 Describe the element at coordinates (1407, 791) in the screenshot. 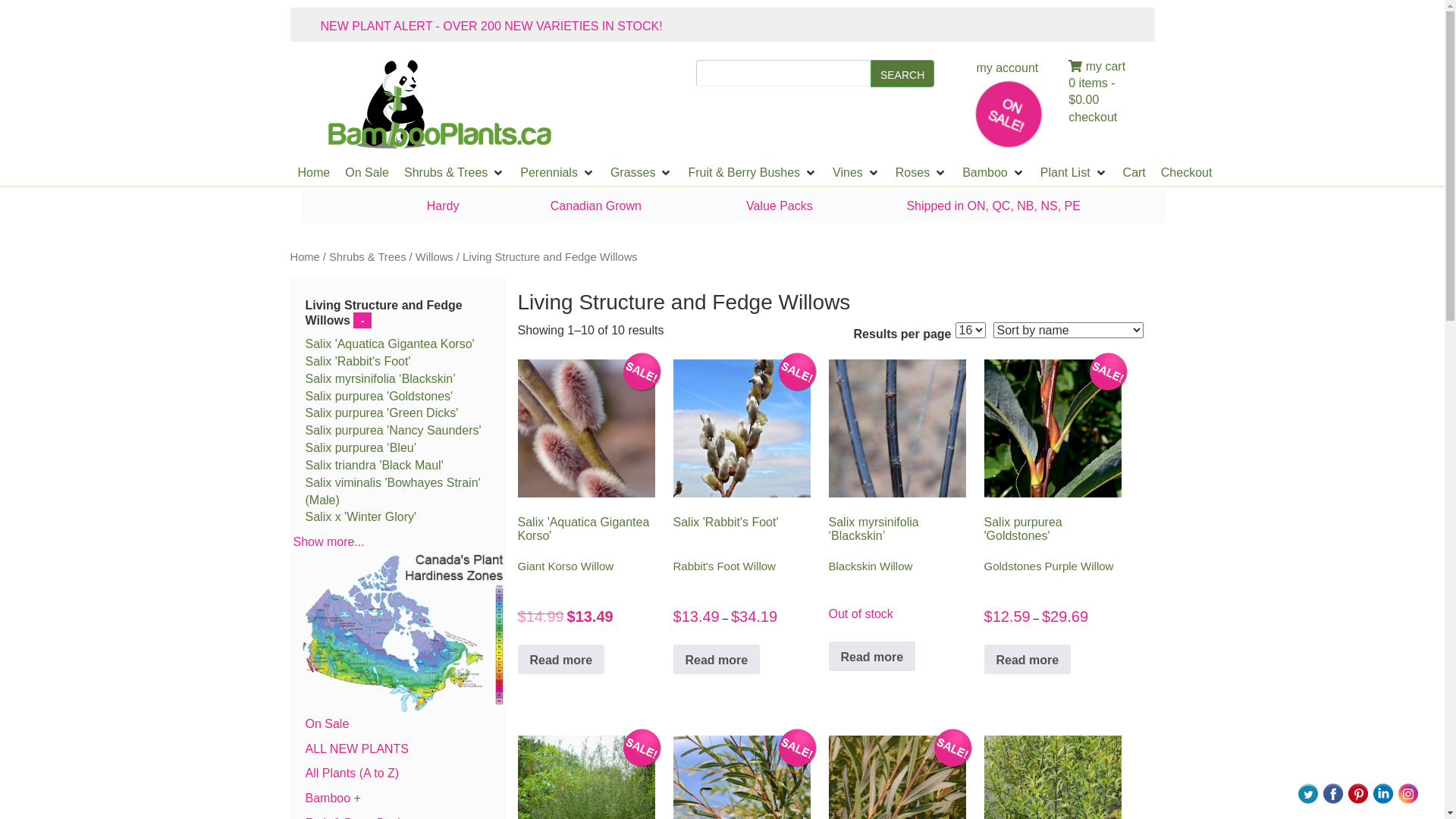

I see `'Visit Us On Instagram'` at that location.